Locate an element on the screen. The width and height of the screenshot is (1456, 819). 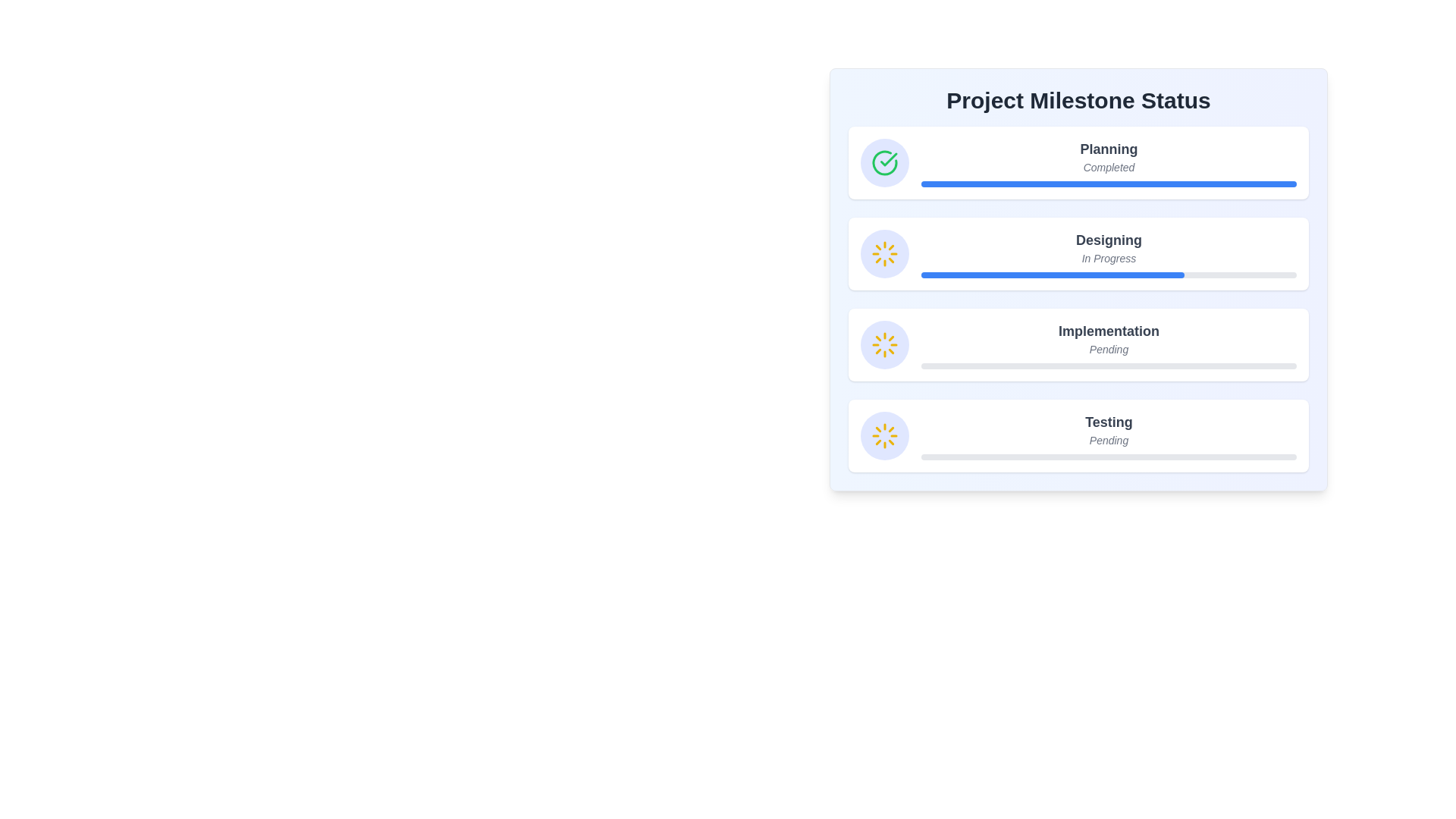
completion status of the 'Planning' phase represented by the green checkmark icon and blue progress bar in the first card of the progress tracker, located below the title 'Project Milestone Status' is located at coordinates (1078, 163).